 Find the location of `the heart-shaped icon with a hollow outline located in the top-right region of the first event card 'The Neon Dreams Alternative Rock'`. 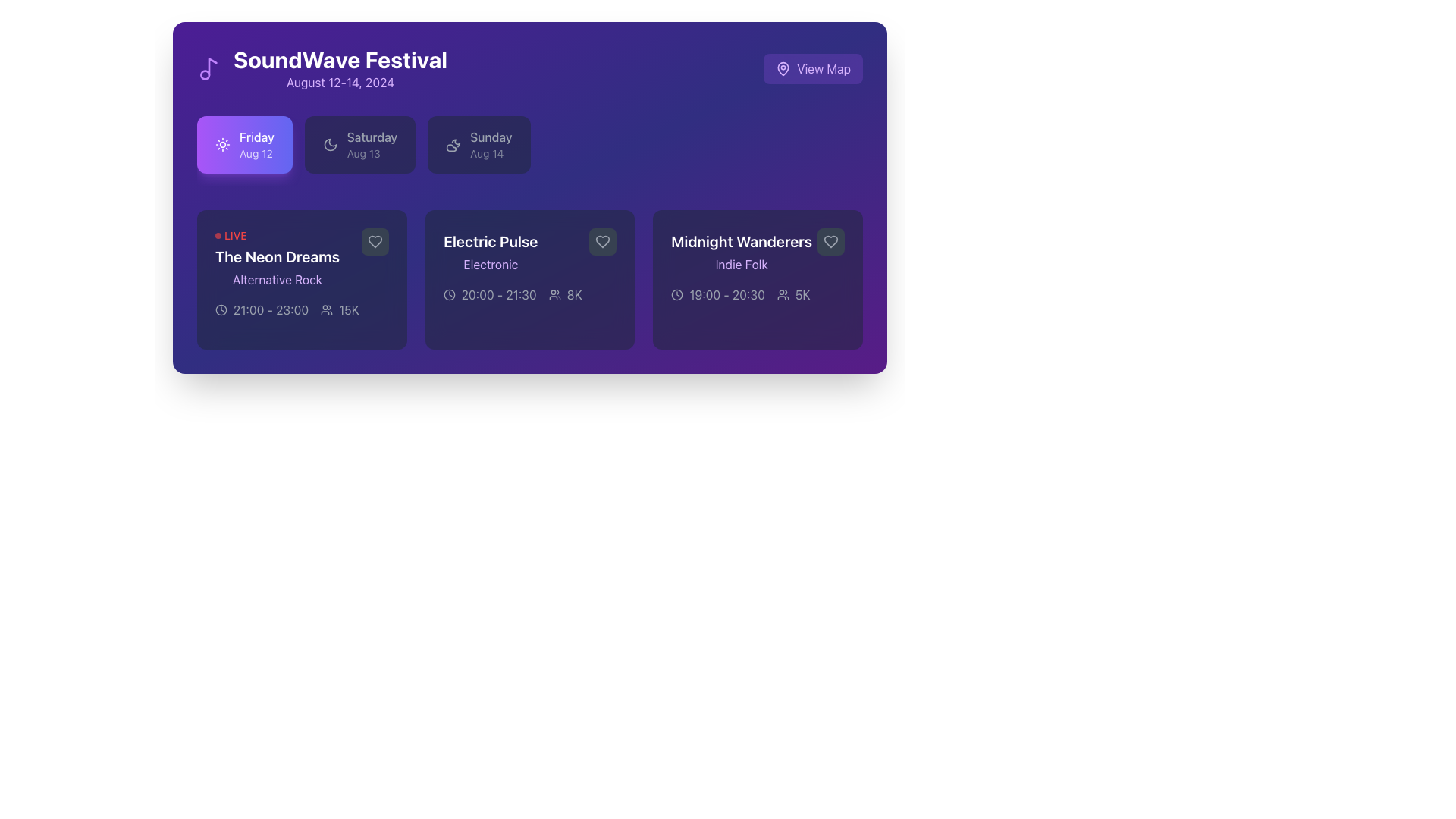

the heart-shaped icon with a hollow outline located in the top-right region of the first event card 'The Neon Dreams Alternative Rock' is located at coordinates (375, 241).